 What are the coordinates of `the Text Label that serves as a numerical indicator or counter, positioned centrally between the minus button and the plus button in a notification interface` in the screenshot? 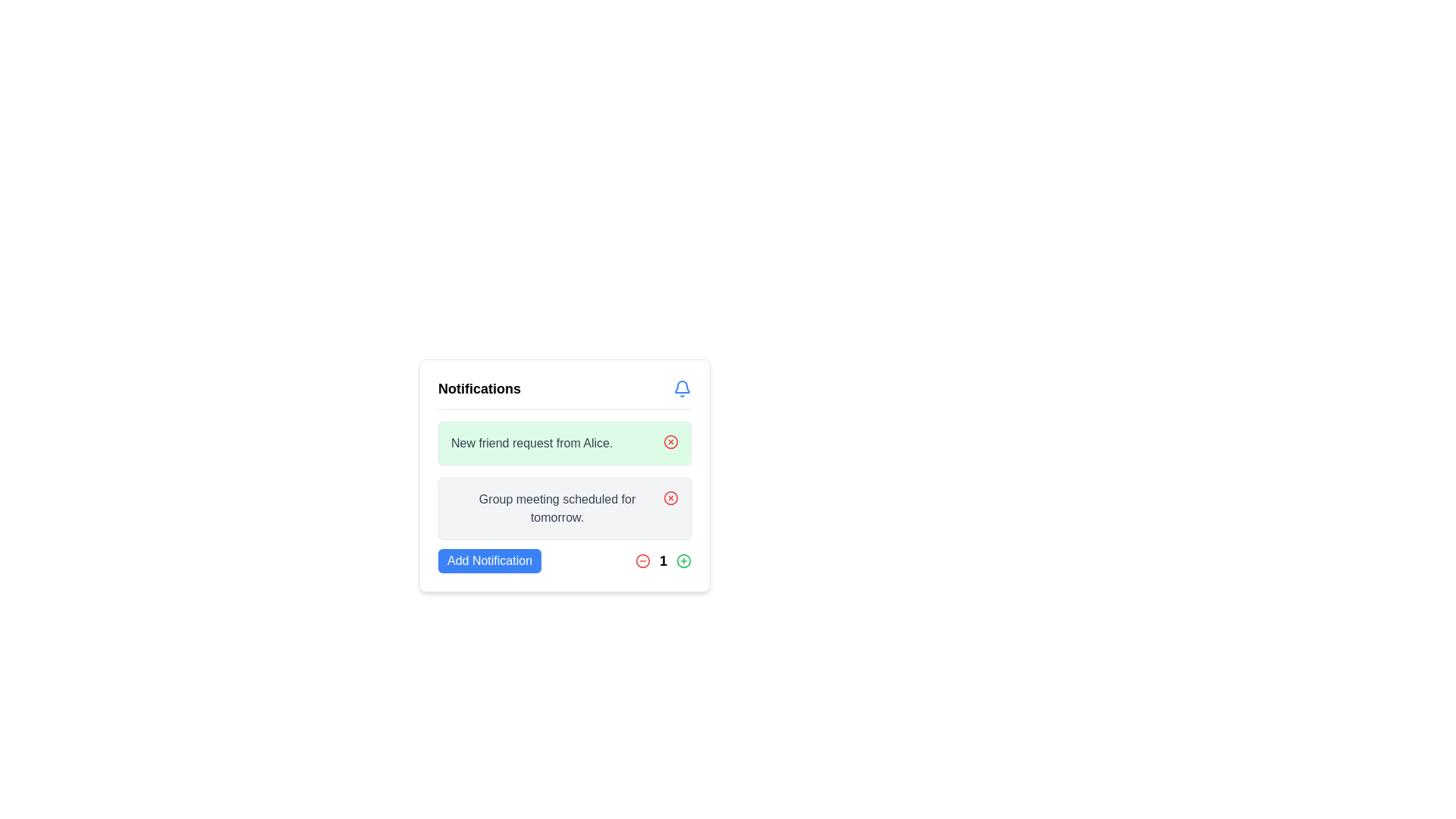 It's located at (663, 561).